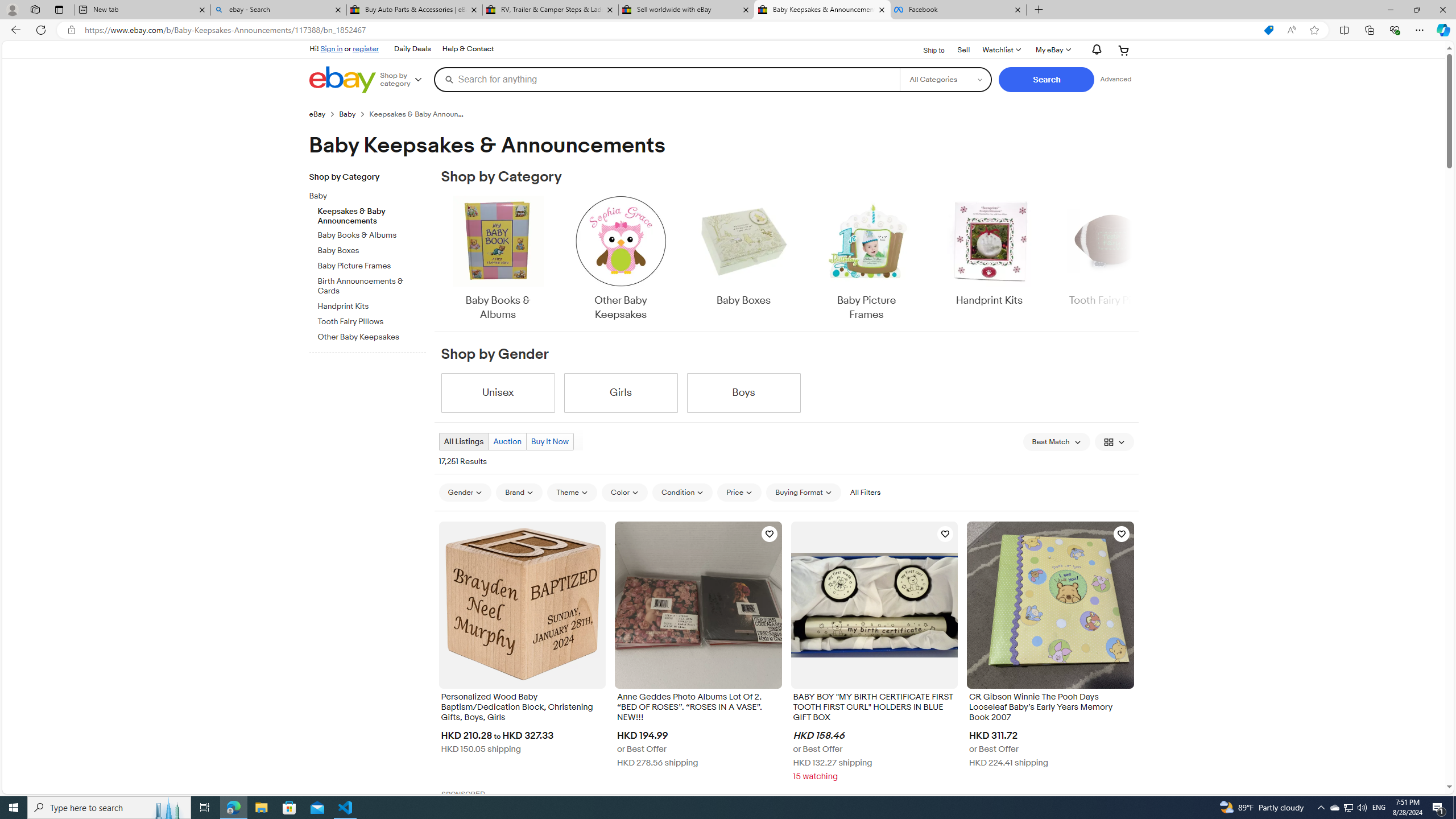  What do you see at coordinates (371, 286) in the screenshot?
I see `'Birth Announcements & Cards'` at bounding box center [371, 286].